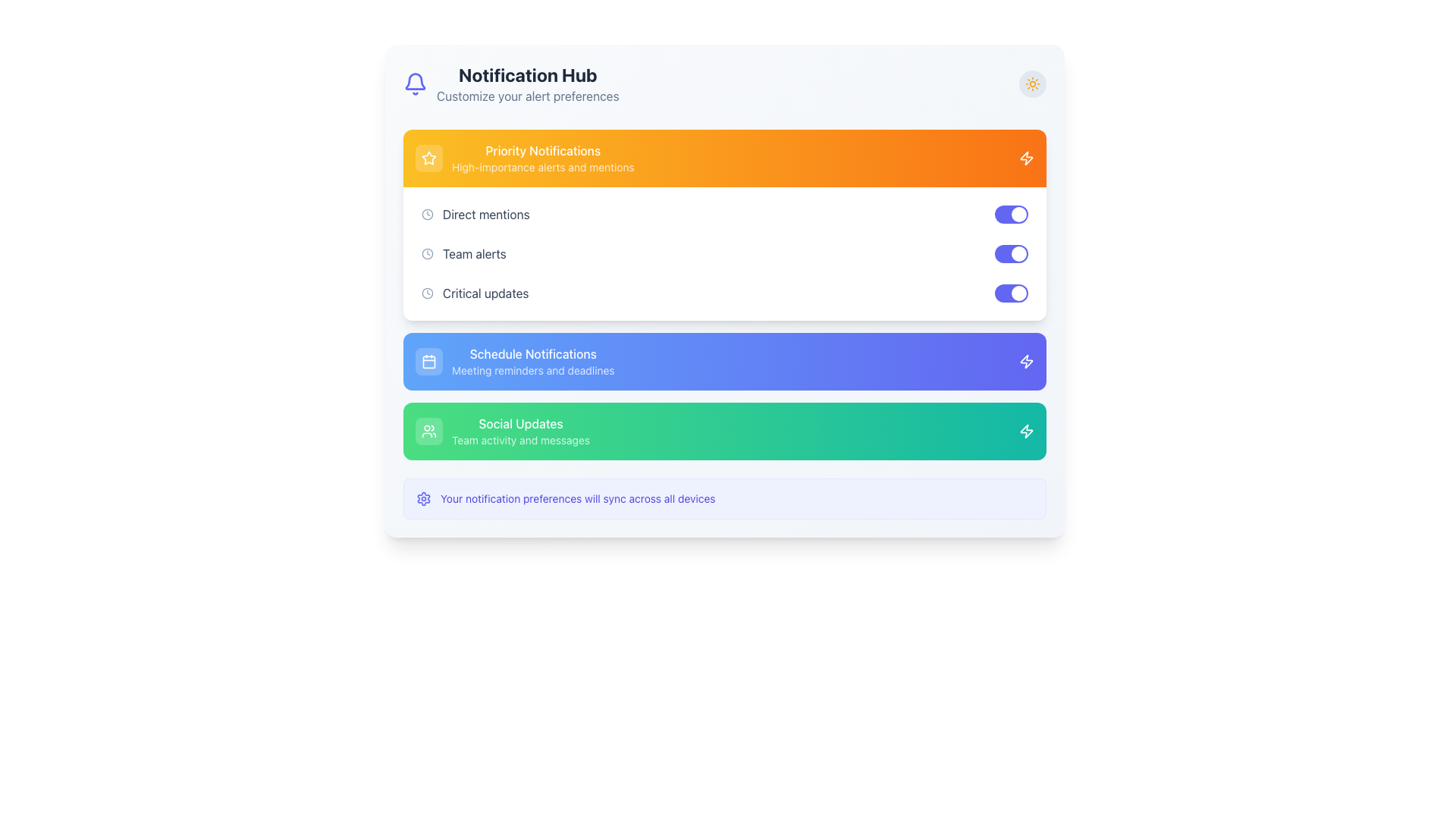 The height and width of the screenshot is (819, 1456). What do you see at coordinates (427, 293) in the screenshot?
I see `the clock icon in the 'Priority Notifications' section, which is located to the left of the 'Critical updates' text` at bounding box center [427, 293].